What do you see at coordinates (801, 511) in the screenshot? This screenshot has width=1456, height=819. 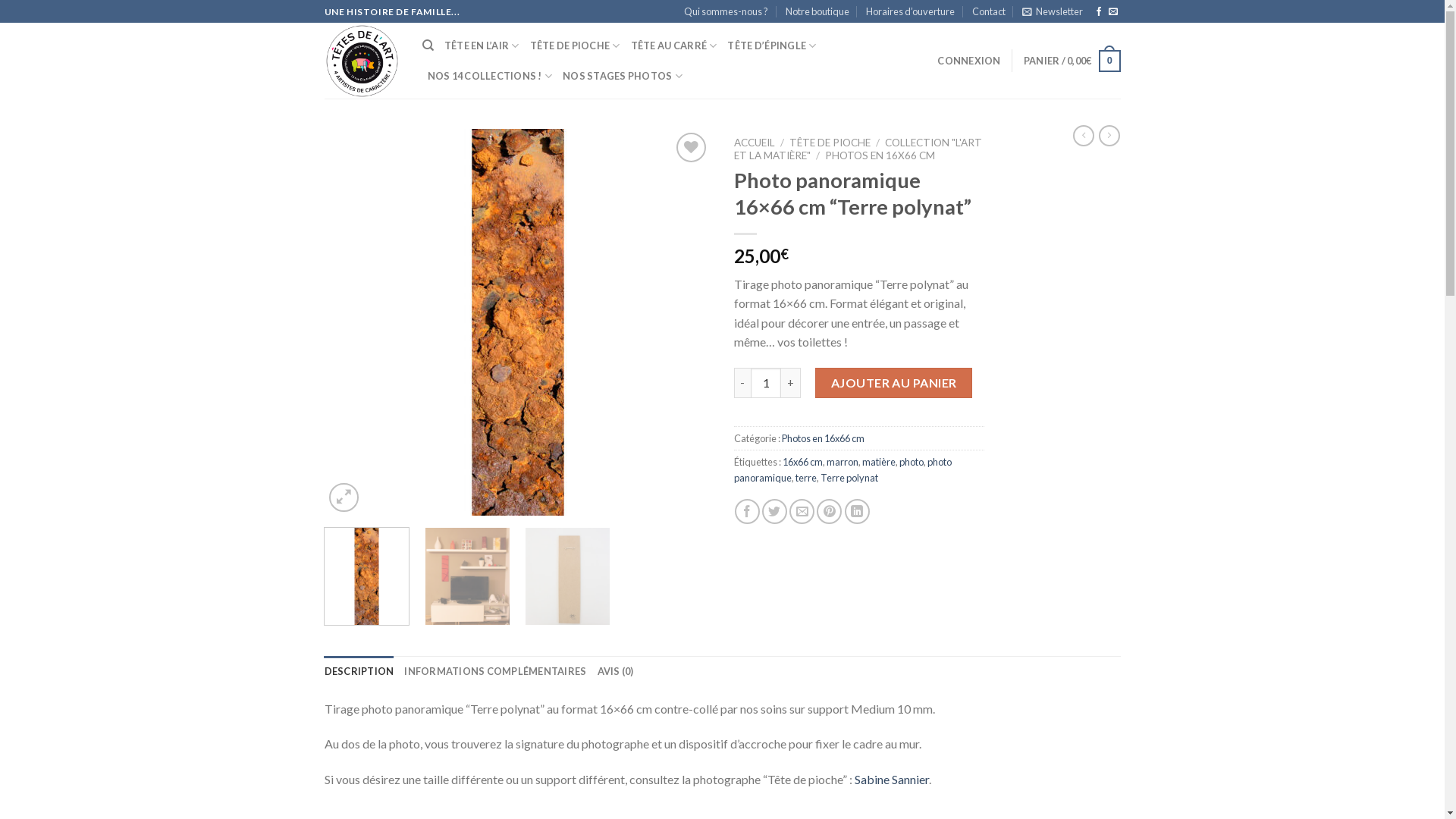 I see `'Envoyer par mail'` at bounding box center [801, 511].